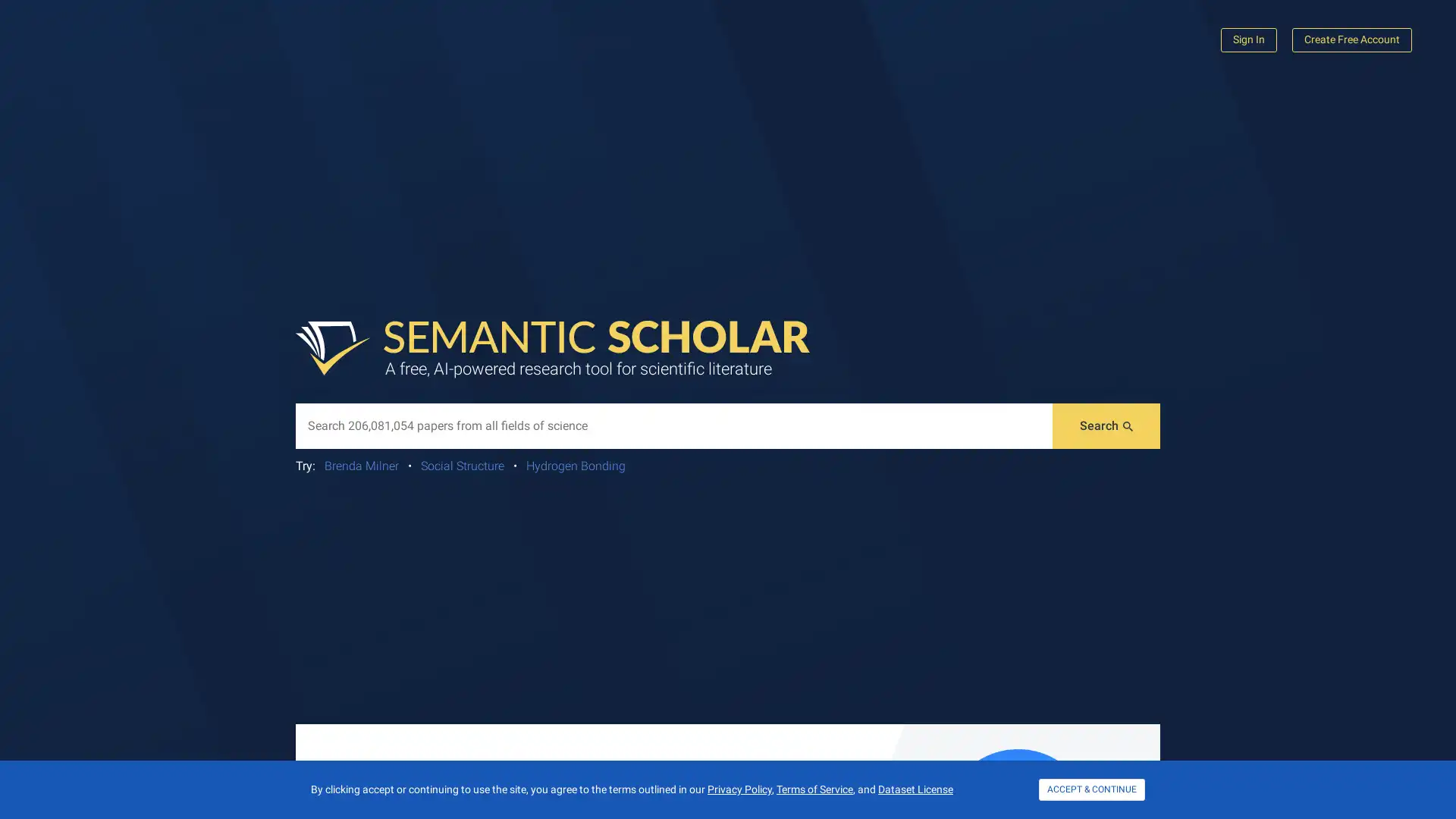 The width and height of the screenshot is (1456, 819). Describe the element at coordinates (1351, 39) in the screenshot. I see `Create Free Account` at that location.